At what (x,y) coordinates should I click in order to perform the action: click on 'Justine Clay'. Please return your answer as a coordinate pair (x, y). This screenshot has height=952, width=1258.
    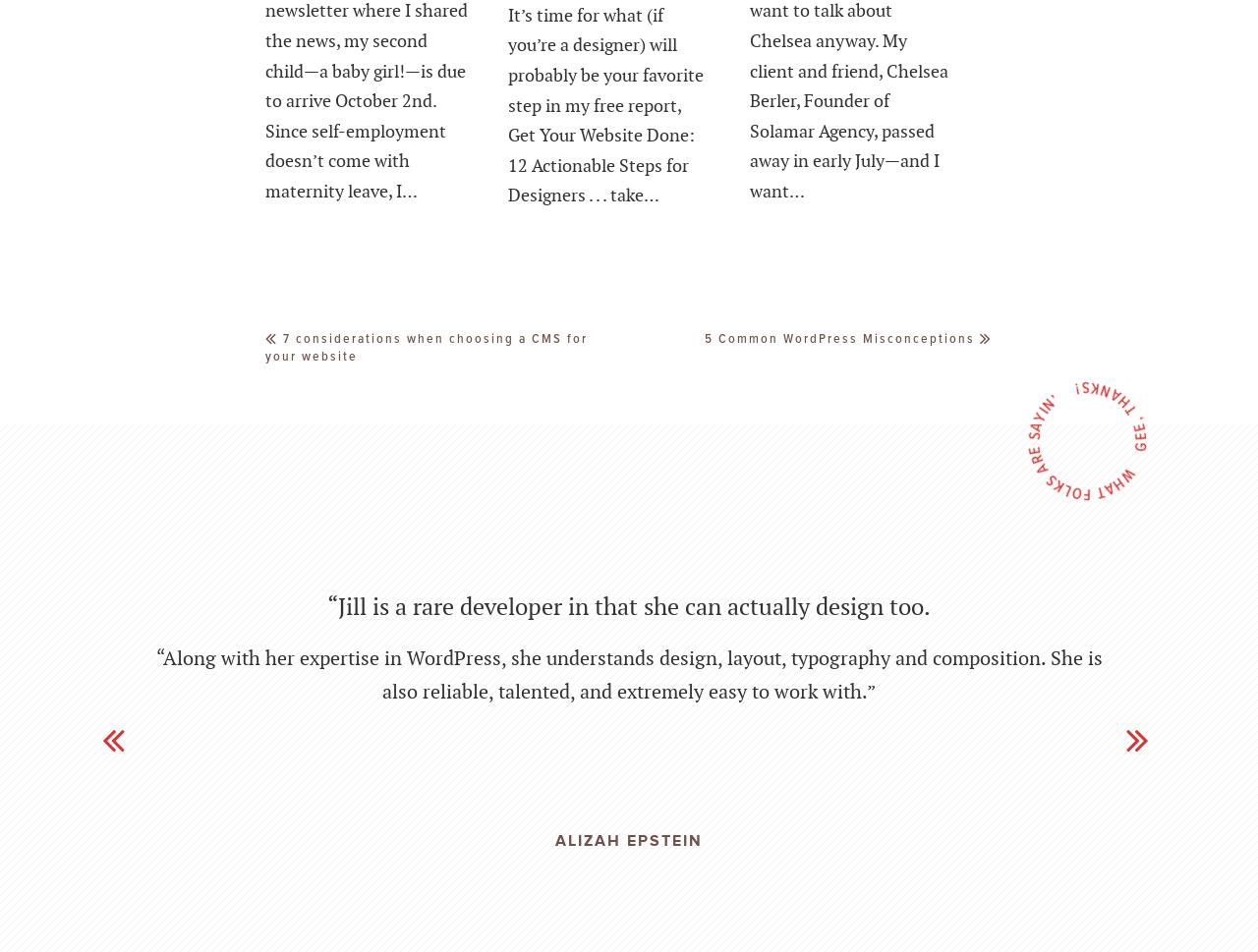
    Looking at the image, I should click on (627, 862).